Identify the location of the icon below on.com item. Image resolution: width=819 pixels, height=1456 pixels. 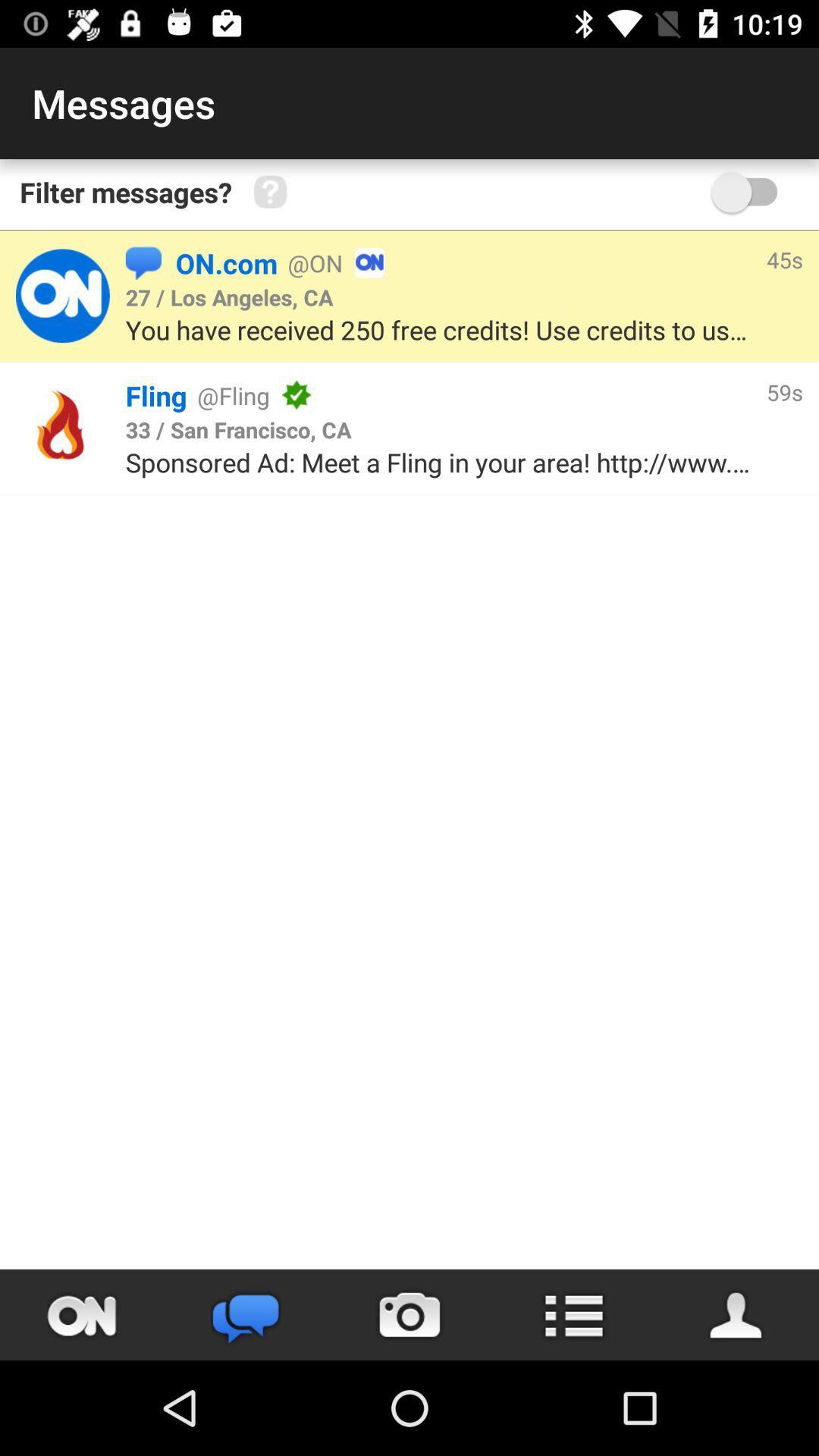
(229, 297).